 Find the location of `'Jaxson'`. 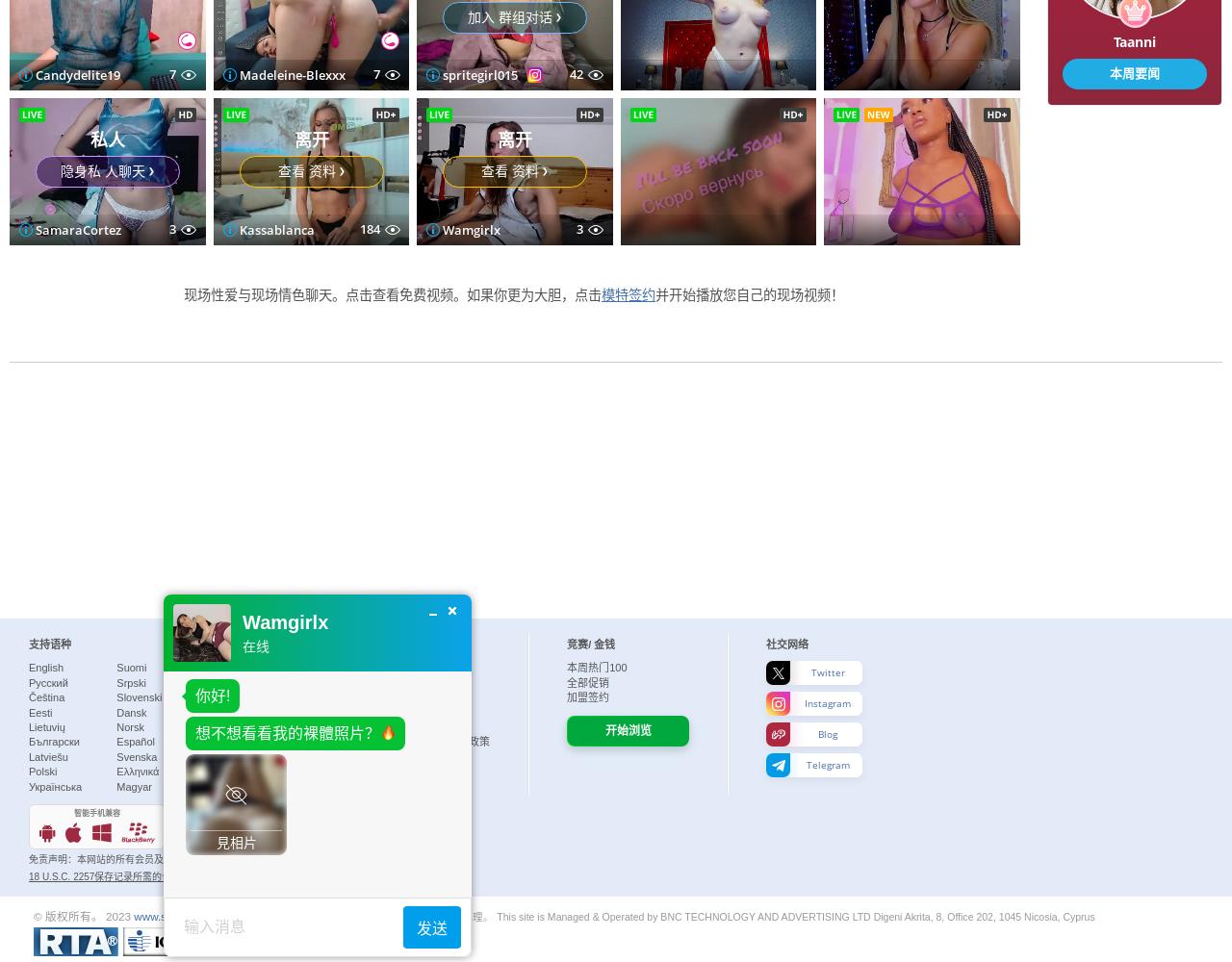

'Jaxson' is located at coordinates (238, 74).